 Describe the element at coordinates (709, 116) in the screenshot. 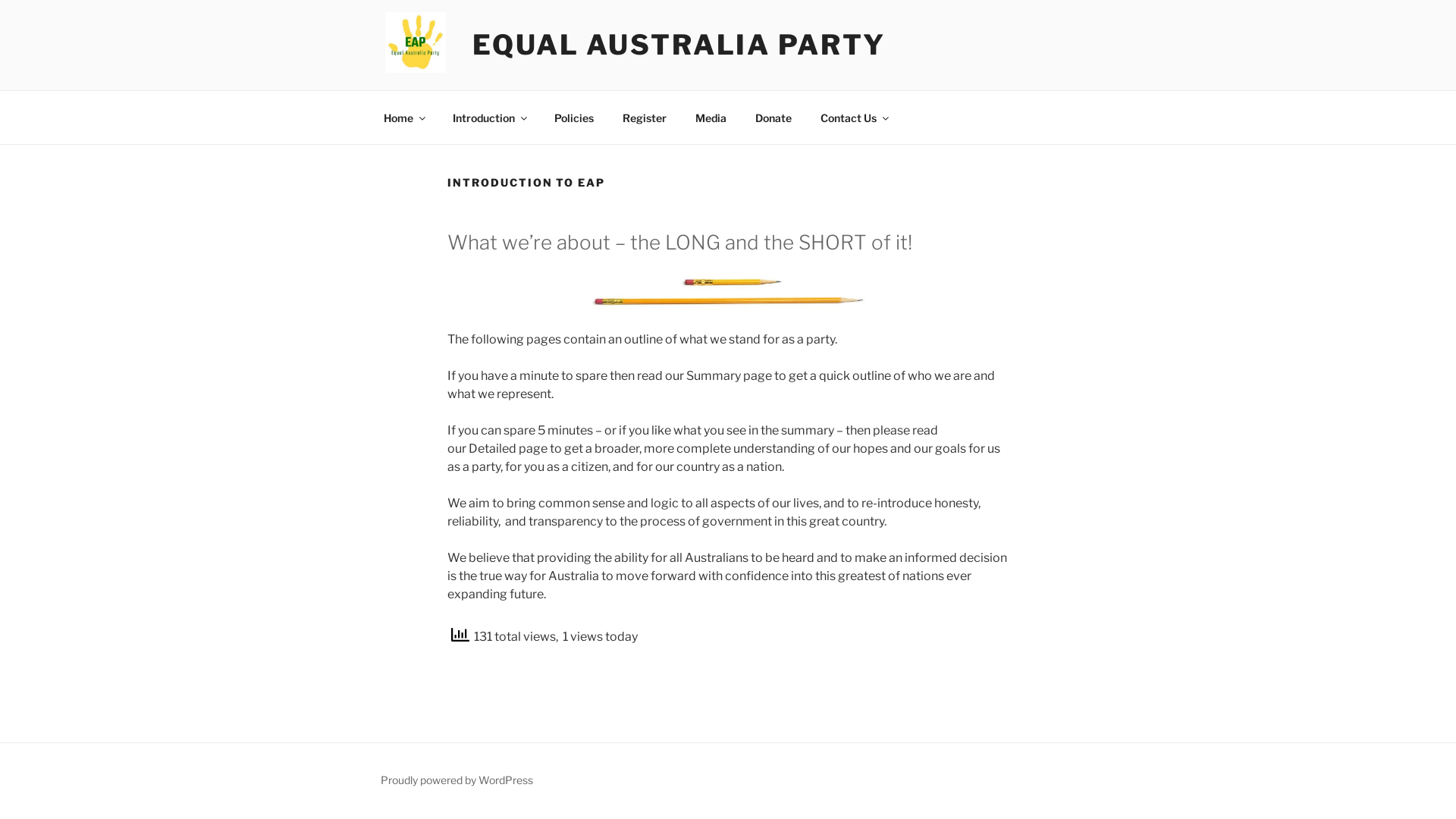

I see `'Media'` at that location.